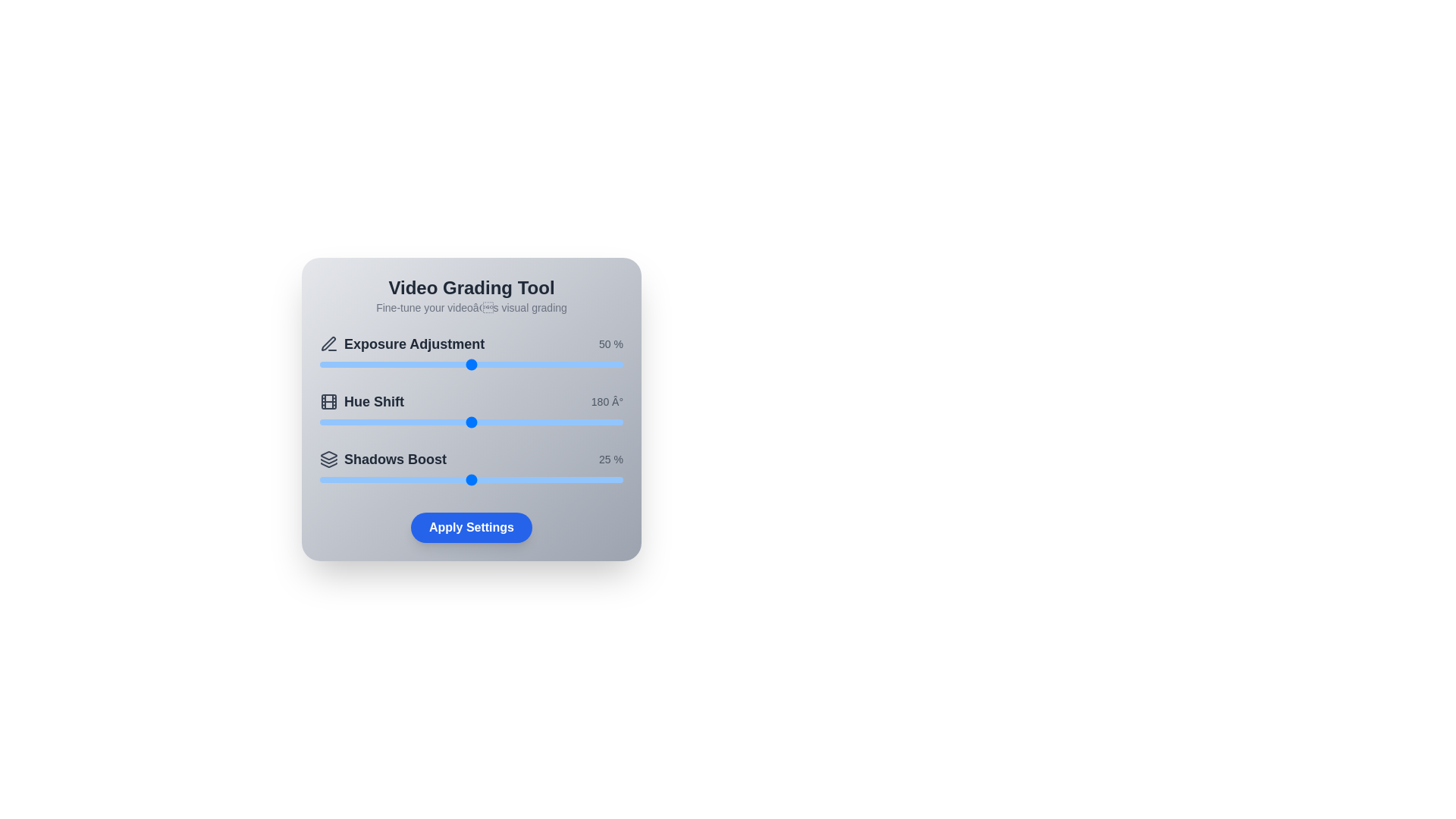 The width and height of the screenshot is (1456, 819). What do you see at coordinates (564, 365) in the screenshot?
I see `the exposure adjustment` at bounding box center [564, 365].